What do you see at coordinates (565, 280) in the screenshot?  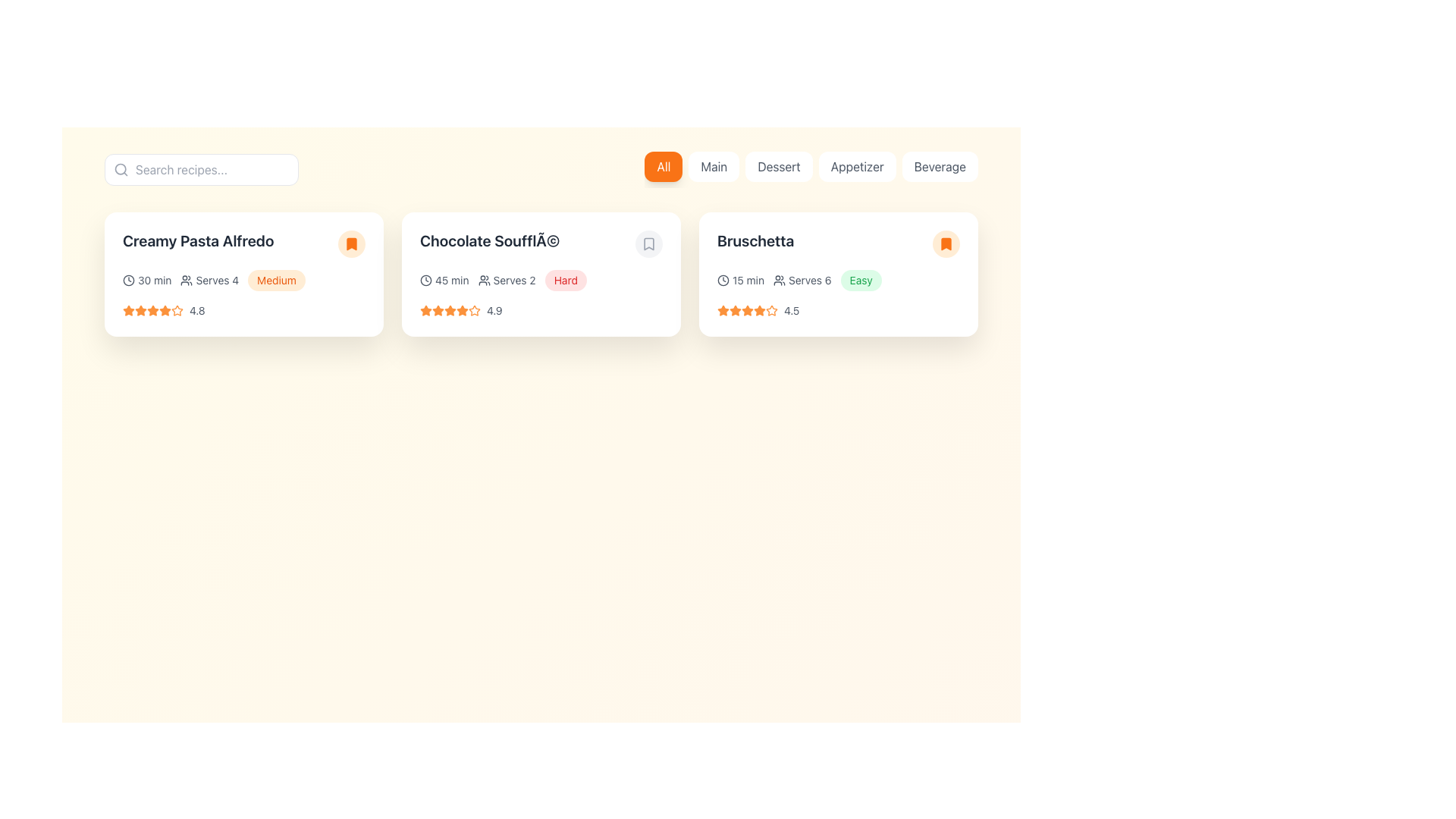 I see `the difficulty level label for the recipe 'Chocolate Soufflé', located in the bottom-middle section of the recipe card` at bounding box center [565, 280].